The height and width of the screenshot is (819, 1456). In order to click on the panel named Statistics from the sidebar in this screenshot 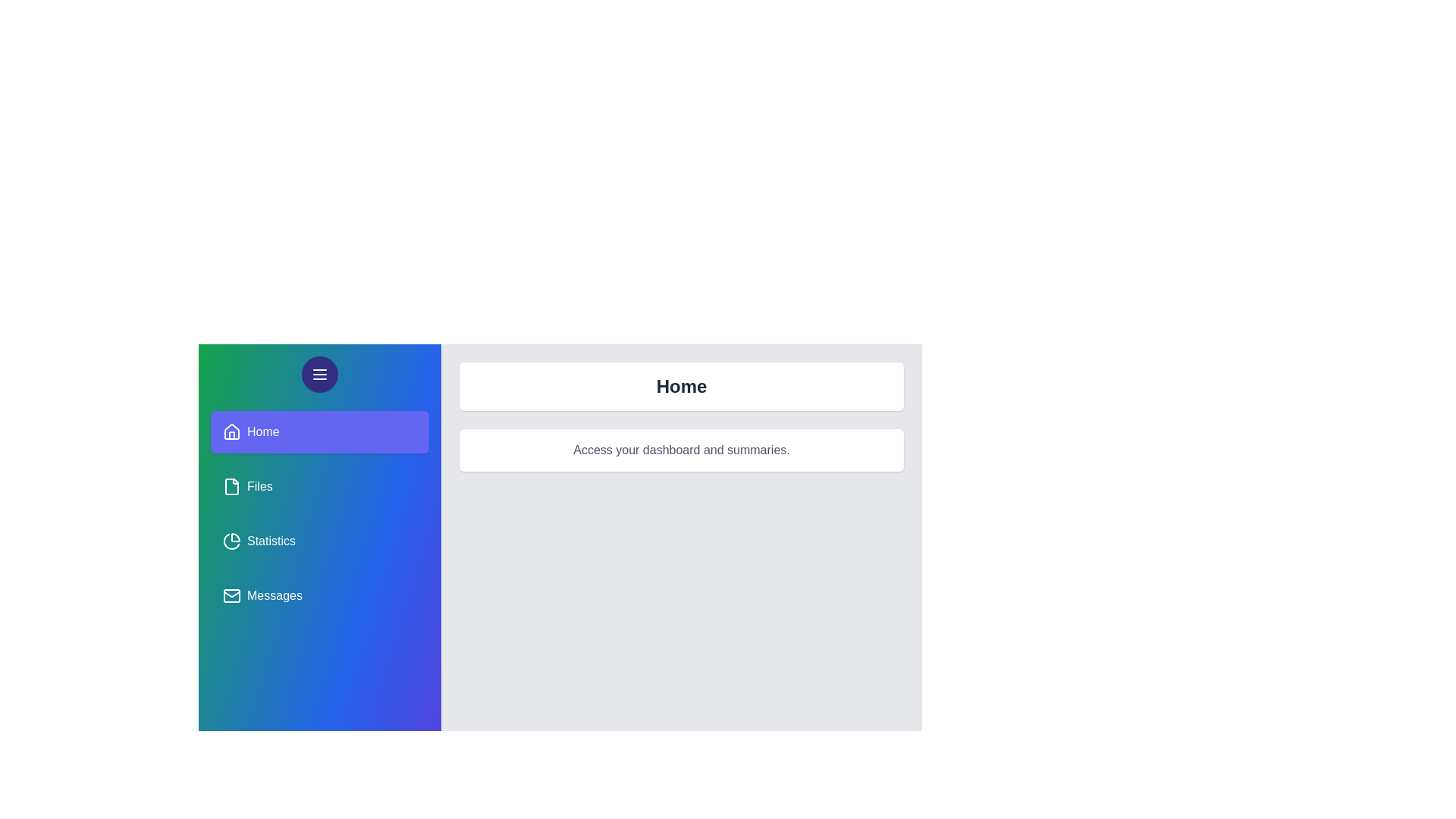, I will do `click(319, 540)`.